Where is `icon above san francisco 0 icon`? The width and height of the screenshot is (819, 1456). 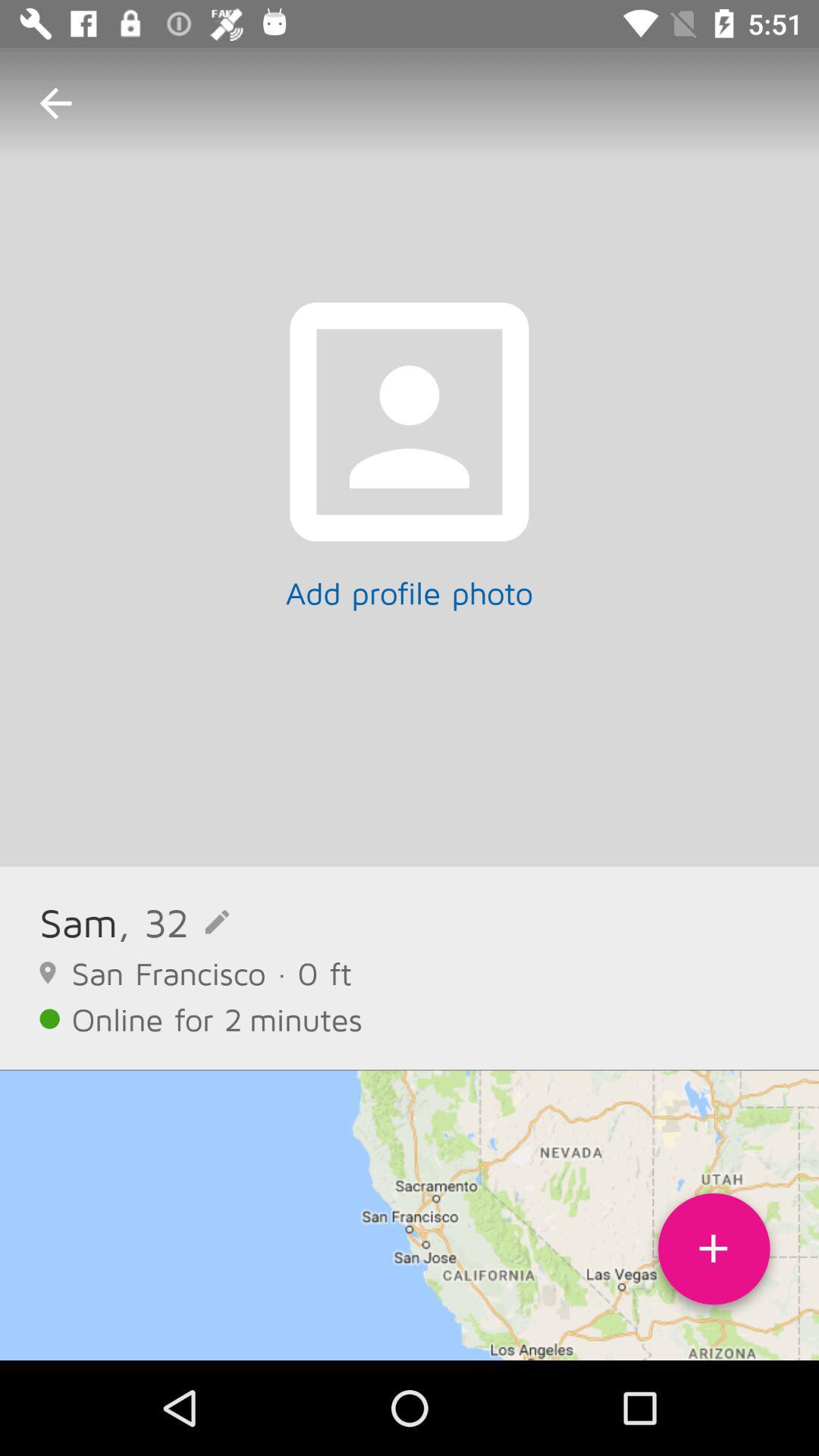
icon above san francisco 0 icon is located at coordinates (172, 921).